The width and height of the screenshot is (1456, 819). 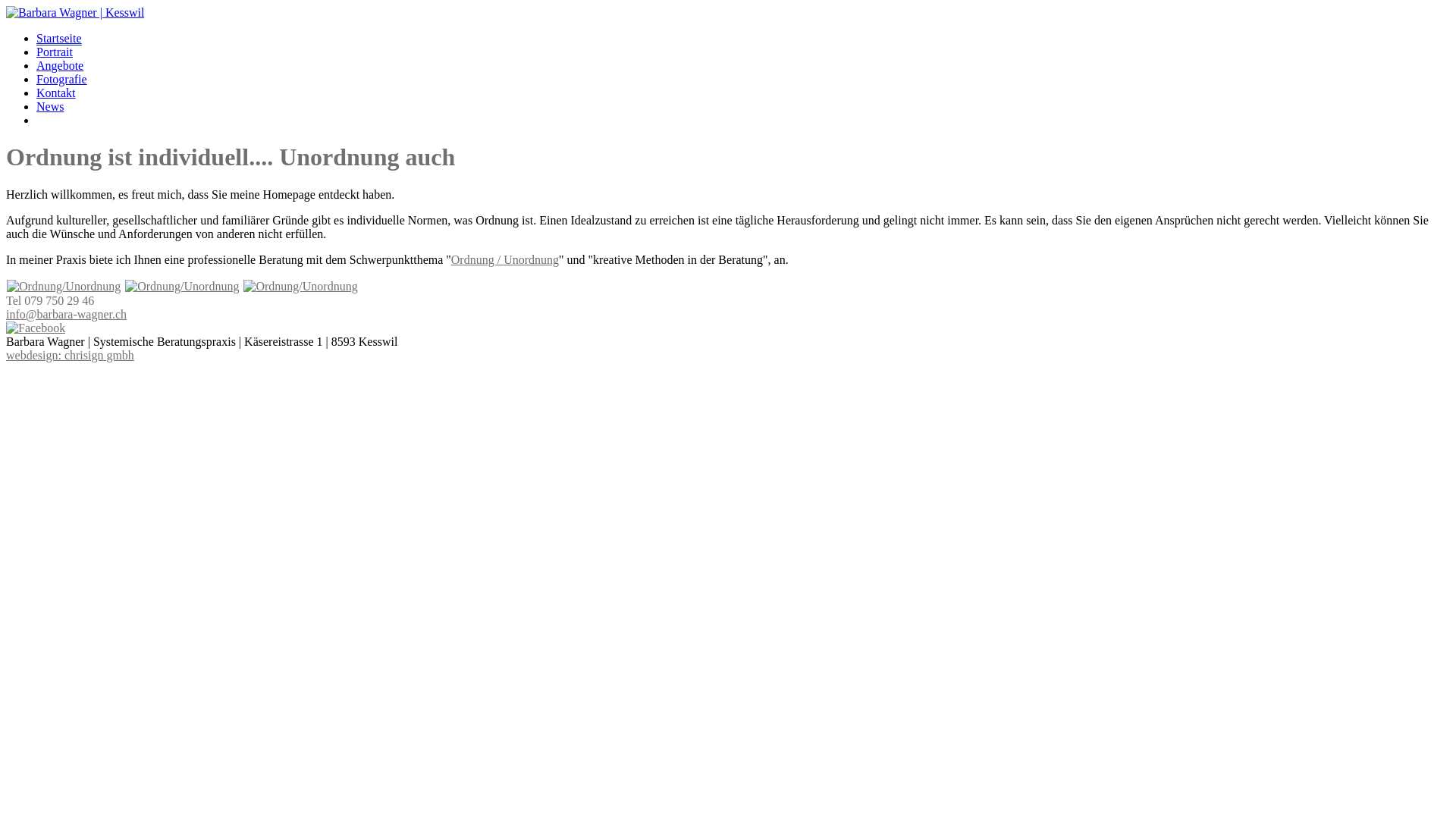 I want to click on 'Startseite', so click(x=58, y=37).